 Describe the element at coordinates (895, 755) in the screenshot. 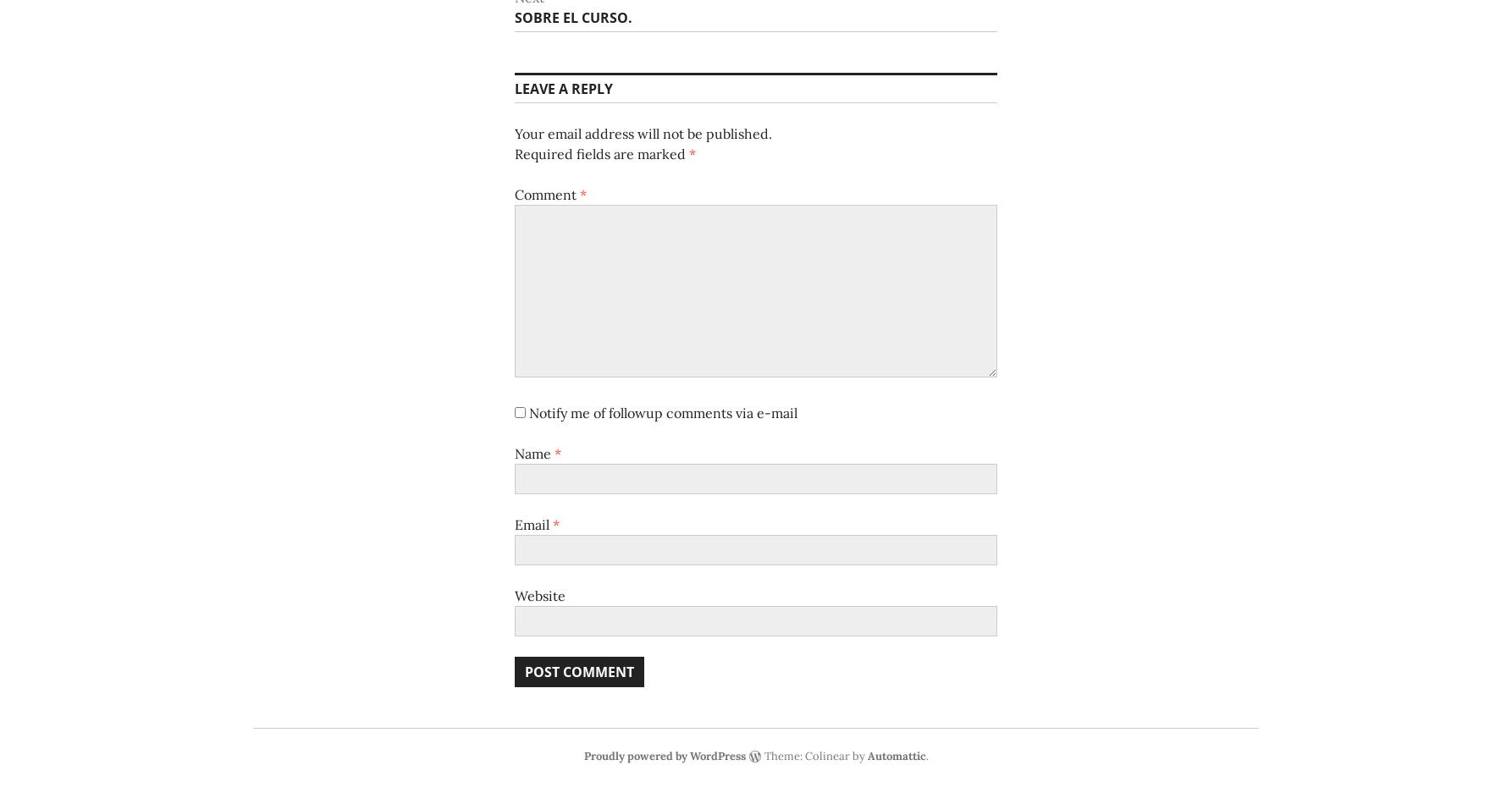

I see `'Automattic'` at that location.